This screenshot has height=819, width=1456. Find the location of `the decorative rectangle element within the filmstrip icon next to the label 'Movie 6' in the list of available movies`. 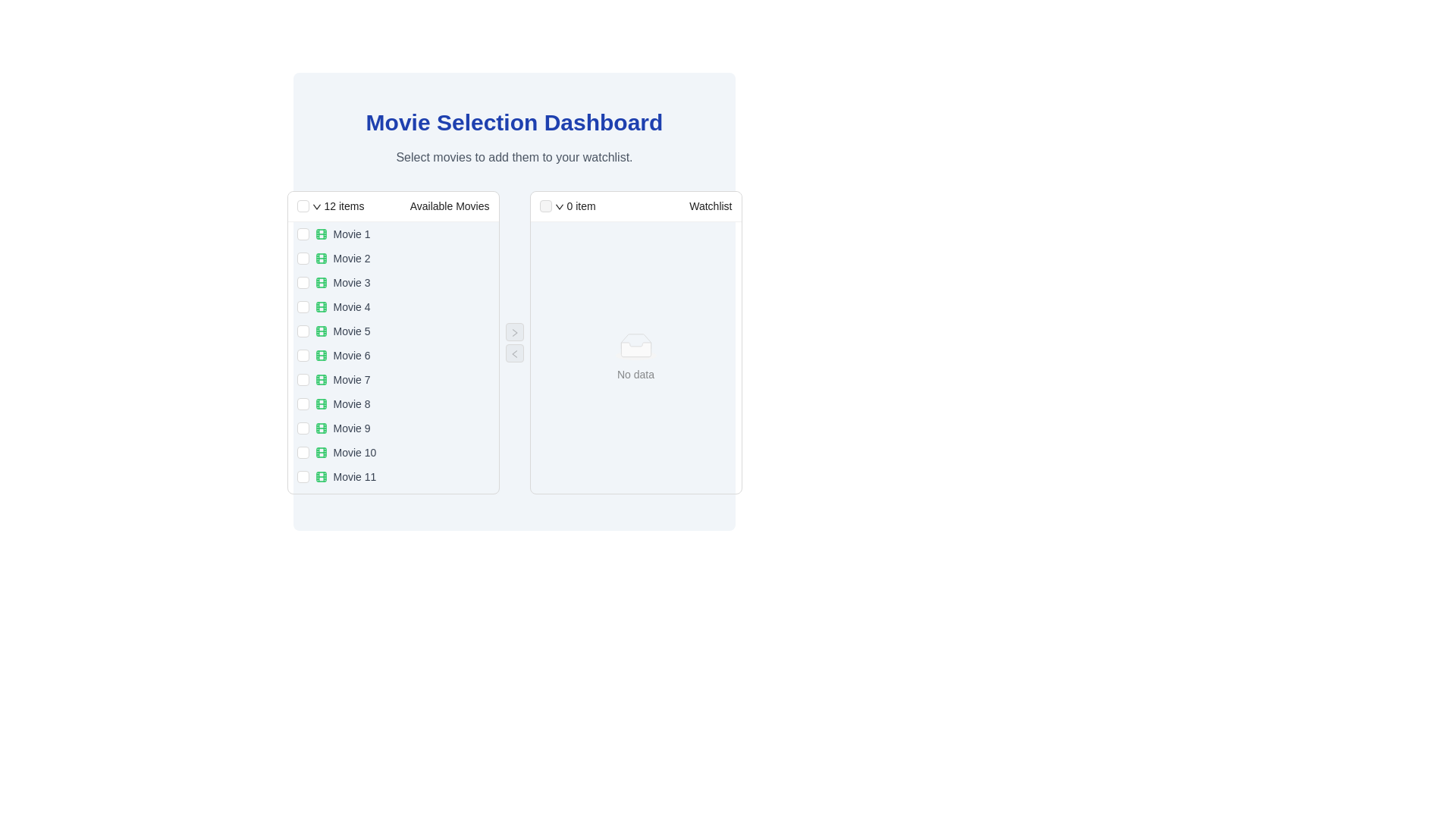

the decorative rectangle element within the filmstrip icon next to the label 'Movie 6' in the list of available movies is located at coordinates (320, 356).